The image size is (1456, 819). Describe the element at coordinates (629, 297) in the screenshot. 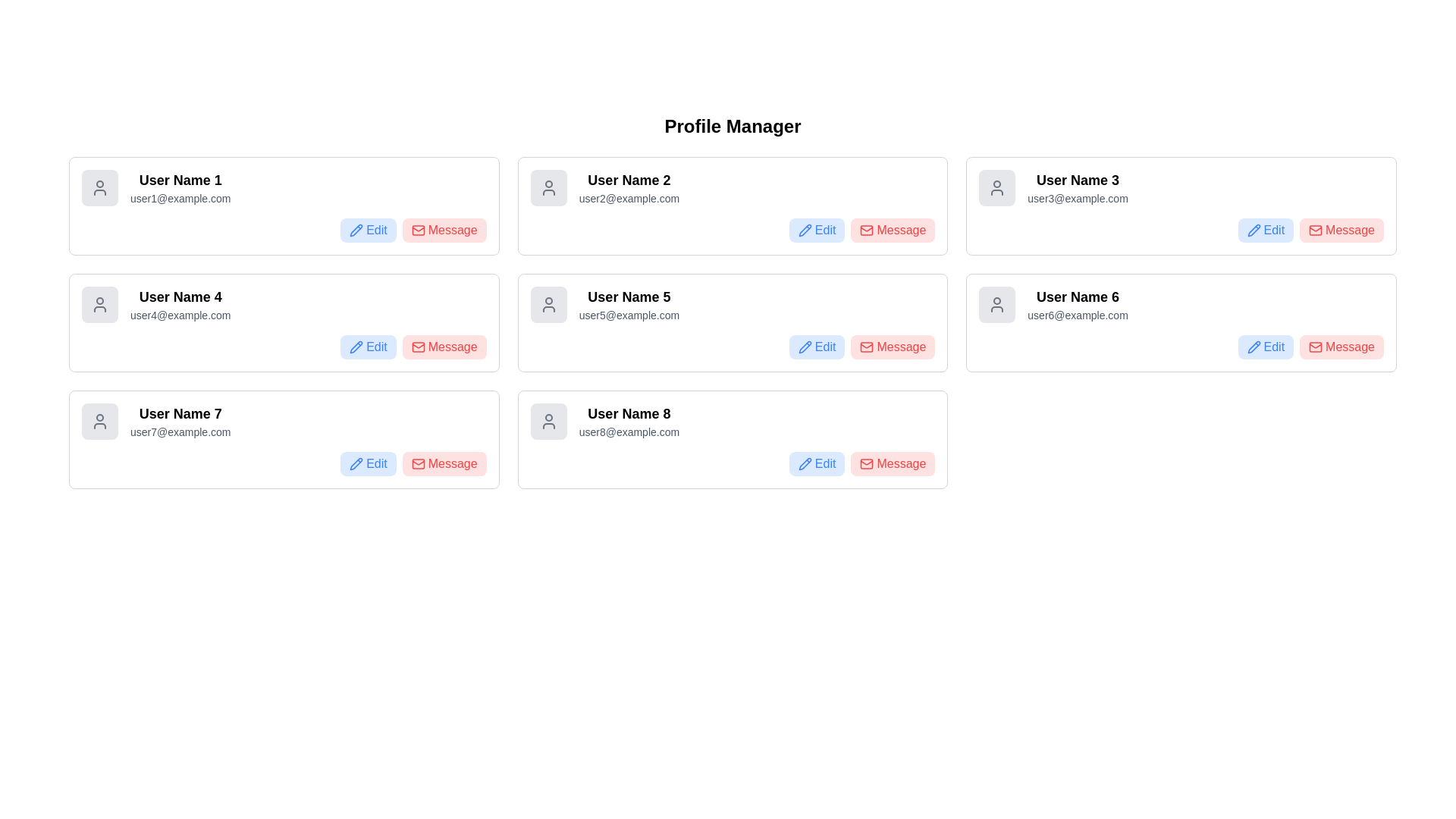

I see `the Text Label that serves as a title or identifier for the user, prominently displaying the user's name, located in the central user card above the email label 'user5@example.com'` at that location.